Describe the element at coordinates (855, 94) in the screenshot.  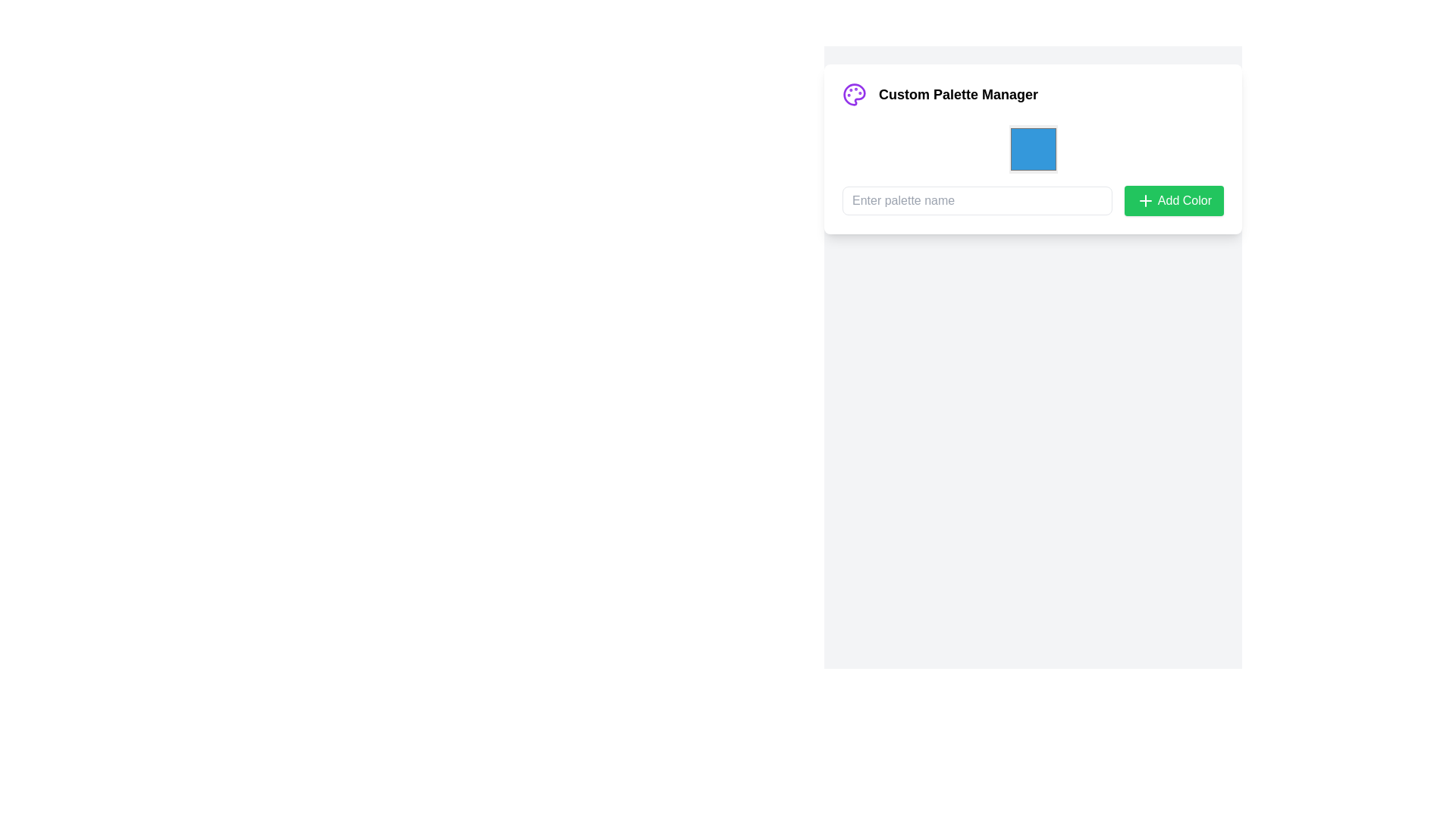
I see `the decorative icon for the Custom Palette Manager section, which is the first item in a horizontal arrangement next to the section title` at that location.